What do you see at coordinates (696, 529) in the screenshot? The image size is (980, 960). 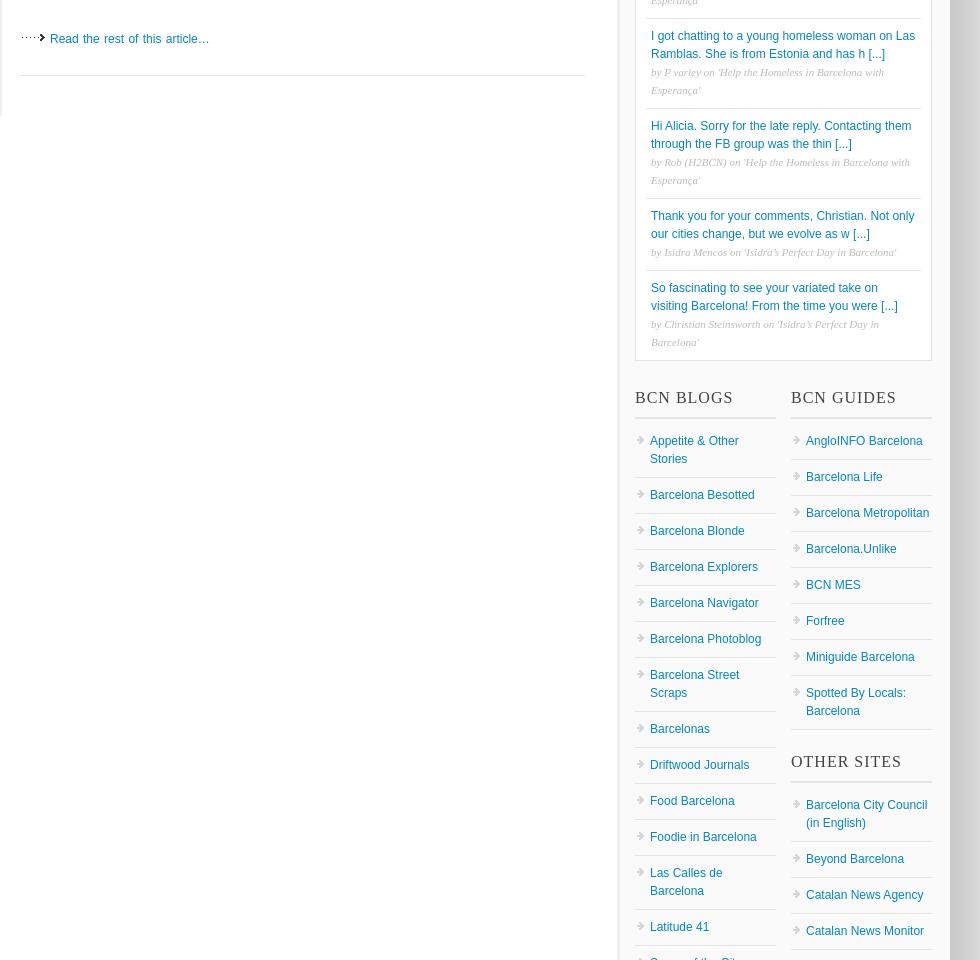 I see `'Barcelona Blonde'` at bounding box center [696, 529].